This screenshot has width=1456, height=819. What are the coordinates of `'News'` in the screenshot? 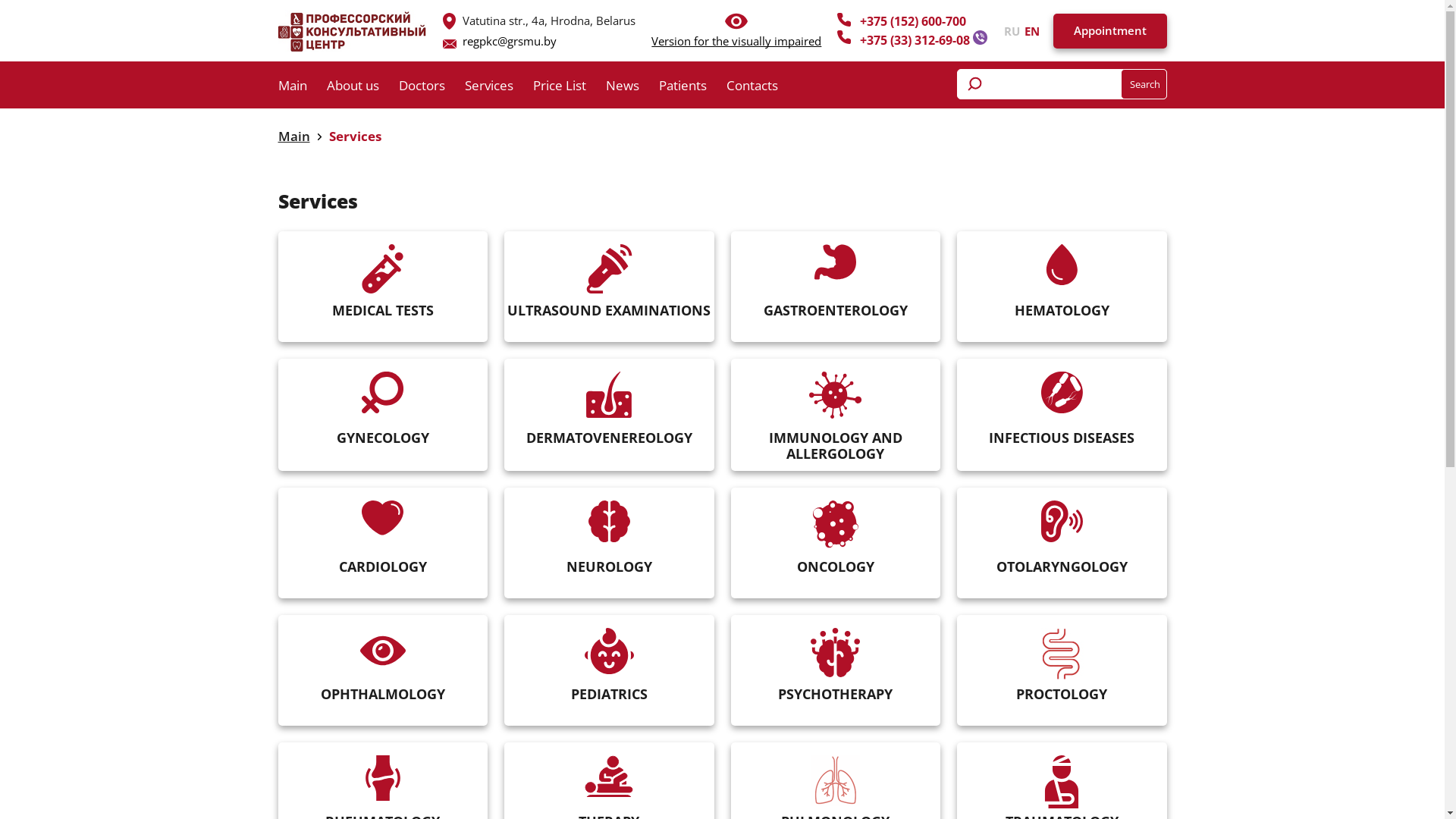 It's located at (632, 88).